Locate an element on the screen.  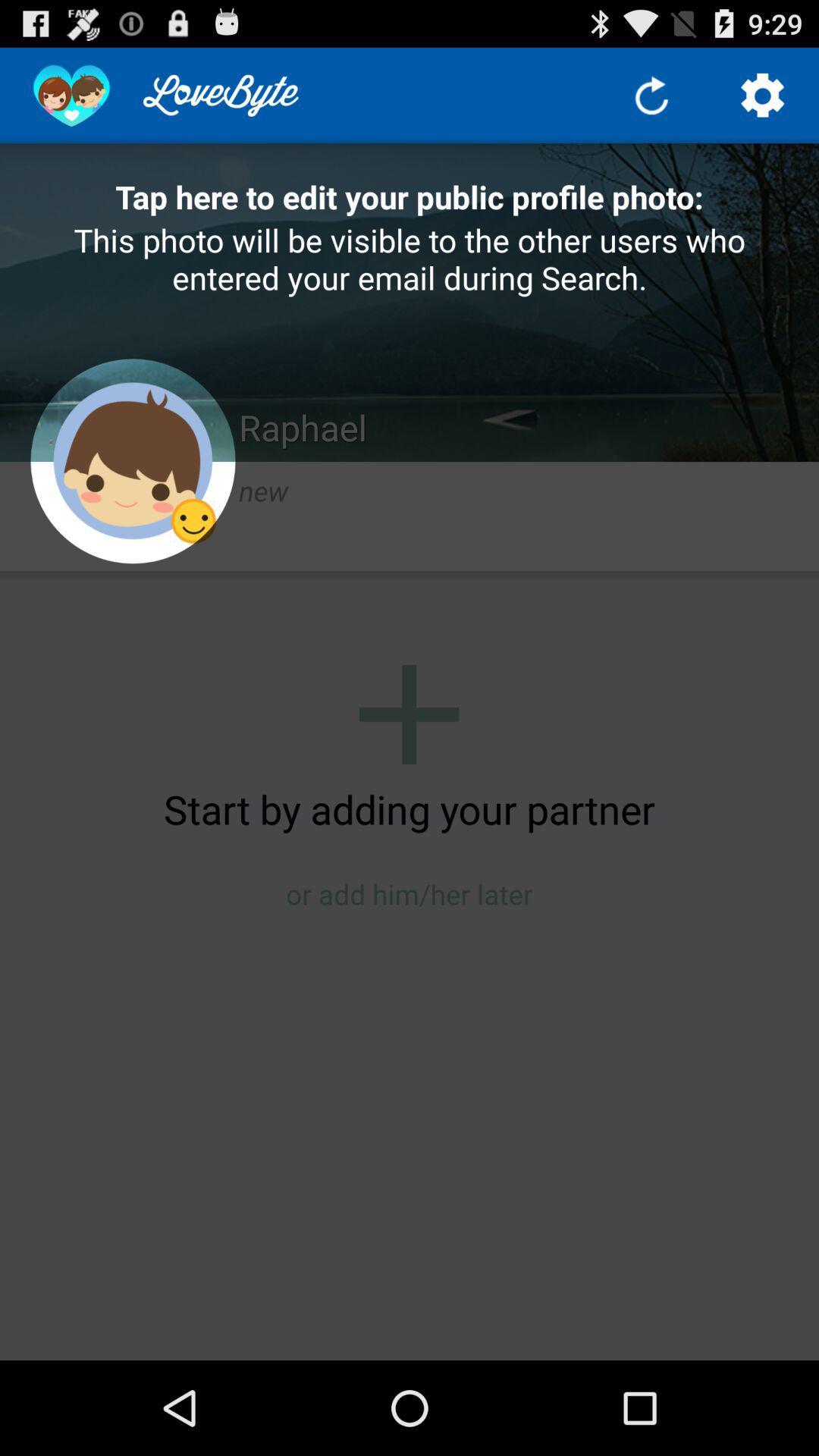
edit profile photo is located at coordinates (132, 460).